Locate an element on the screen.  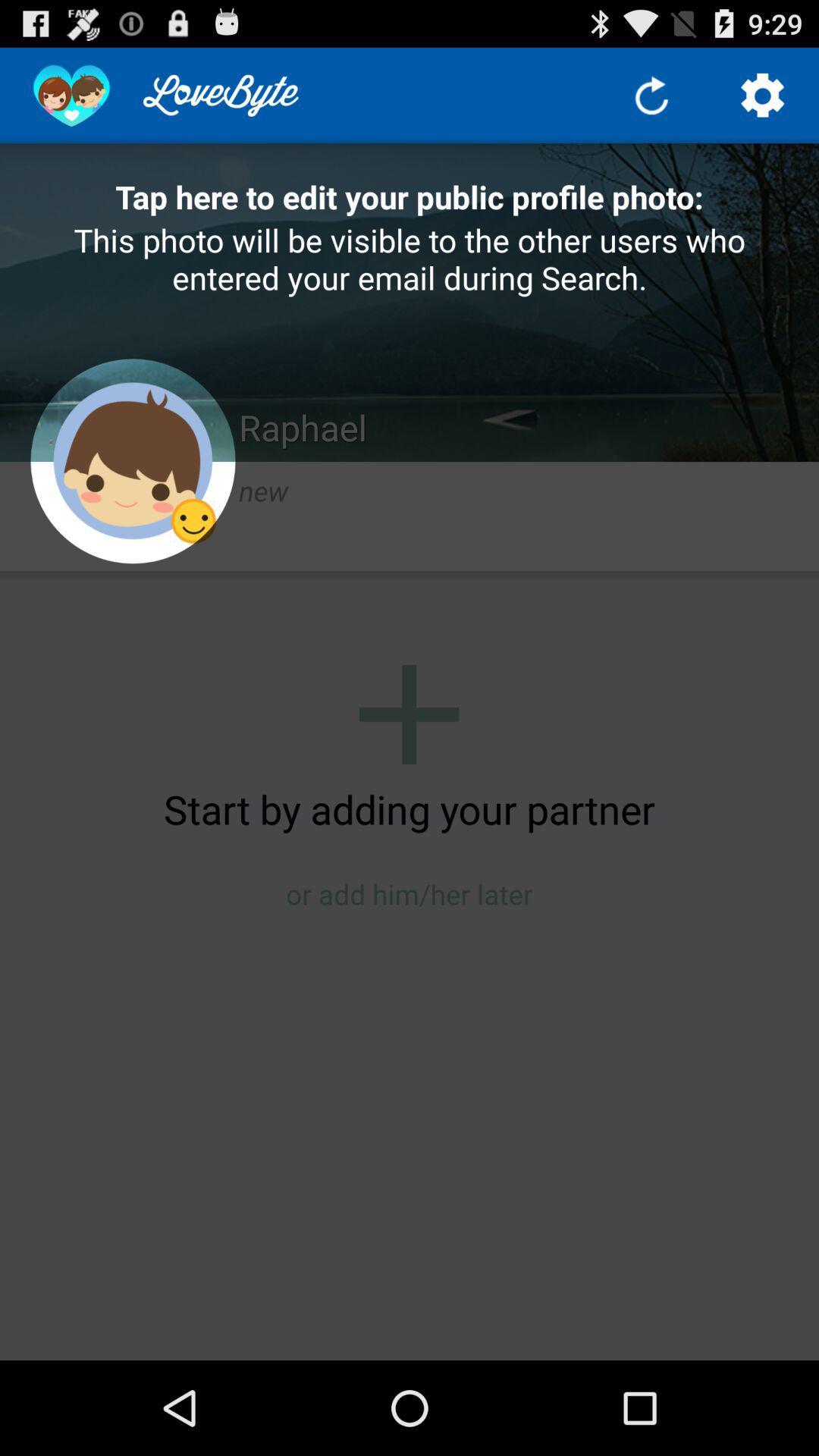
edit profile photo is located at coordinates (132, 460).